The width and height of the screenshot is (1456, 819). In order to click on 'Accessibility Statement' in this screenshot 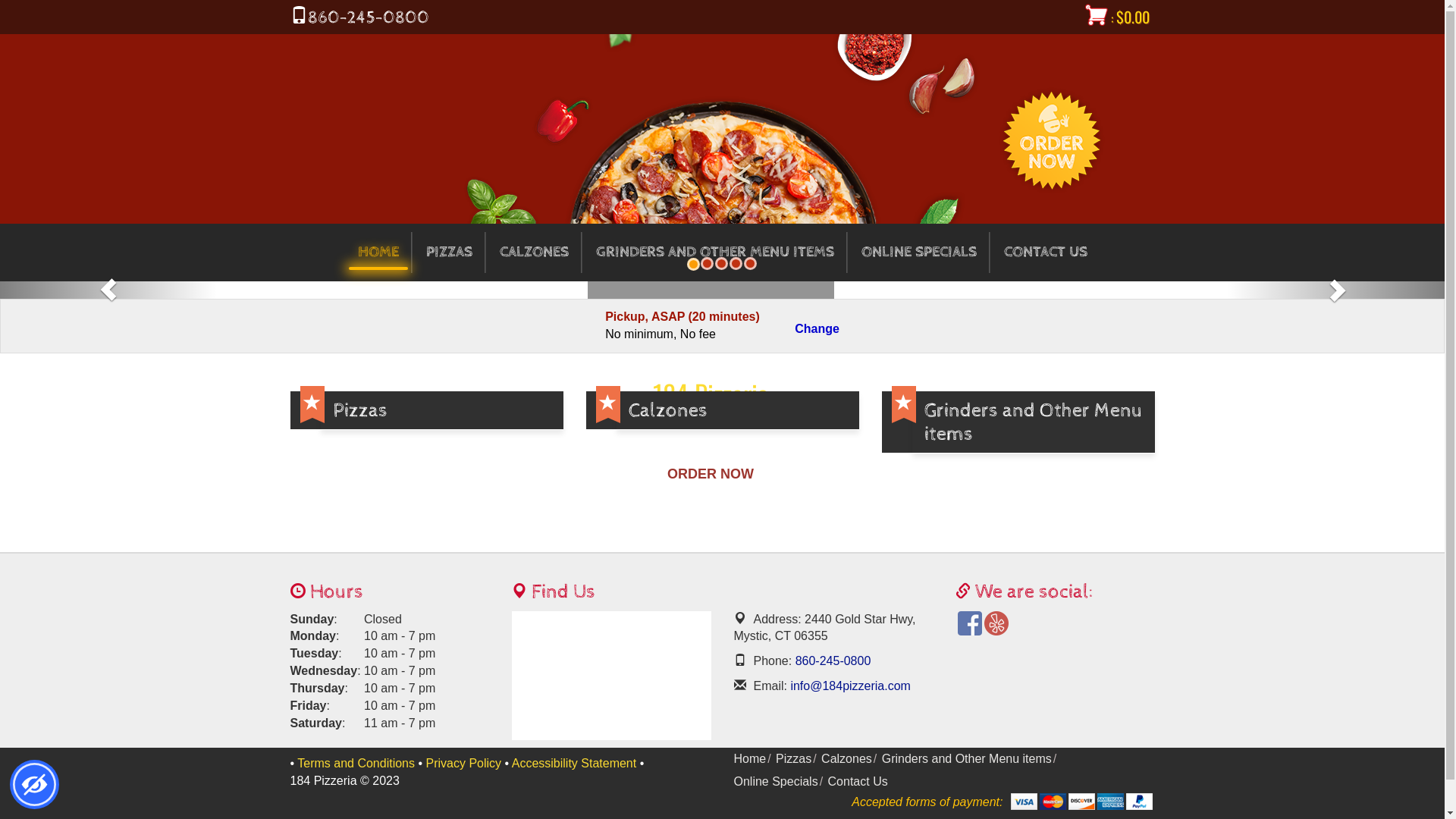, I will do `click(573, 763)`.